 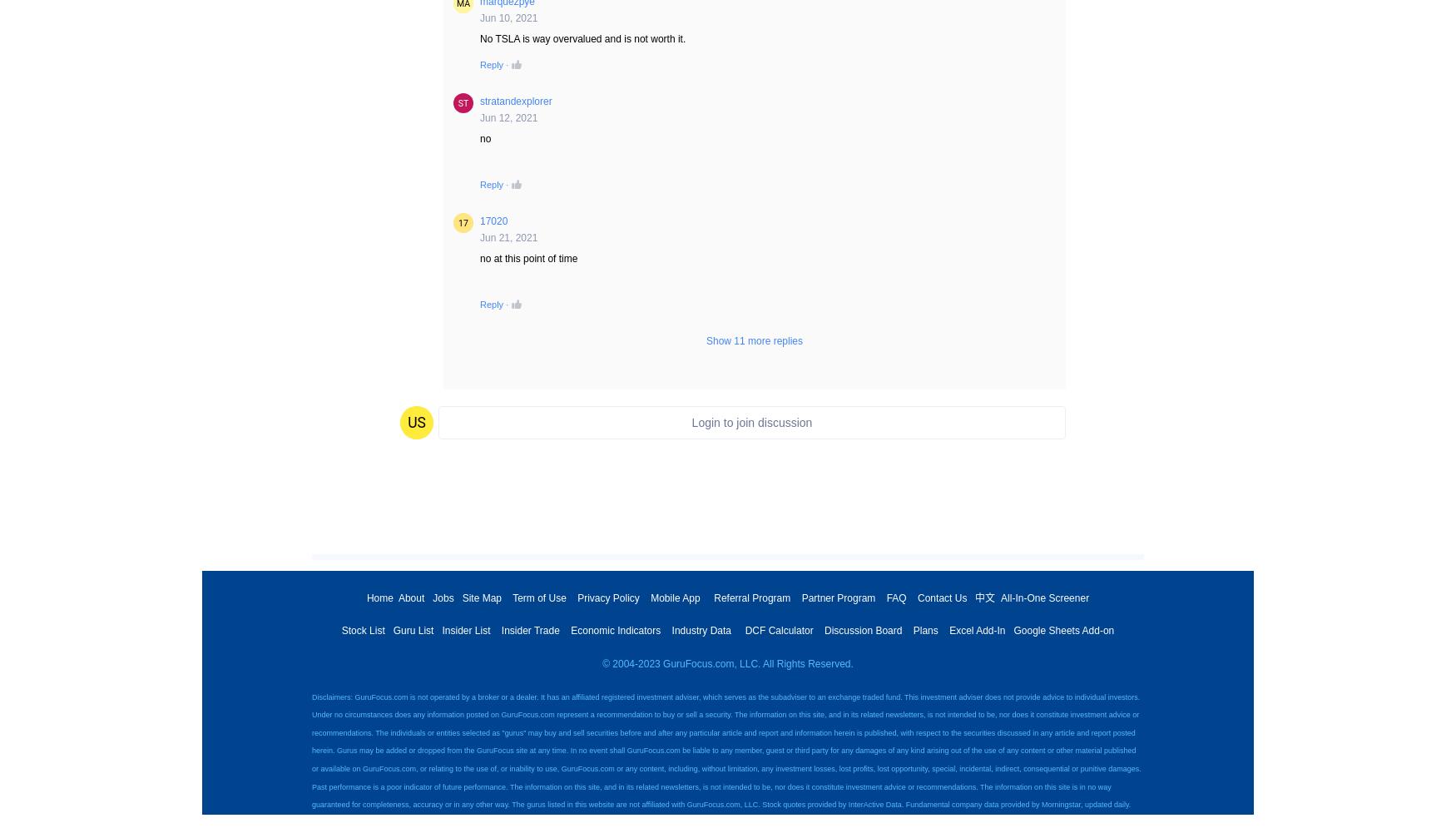 I want to click on 'Partner Program', so click(x=837, y=597).